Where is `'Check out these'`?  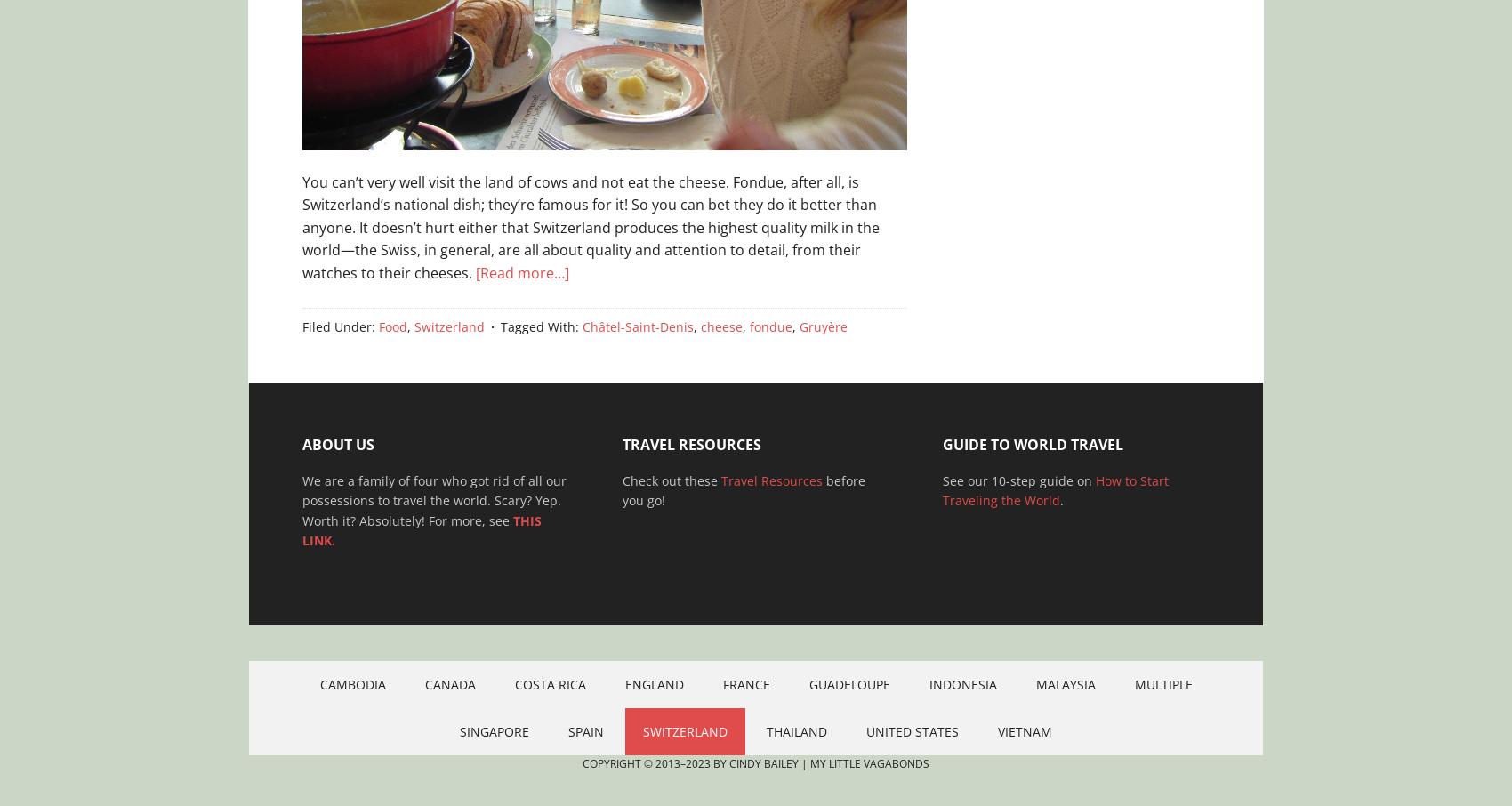
'Check out these' is located at coordinates (671, 480).